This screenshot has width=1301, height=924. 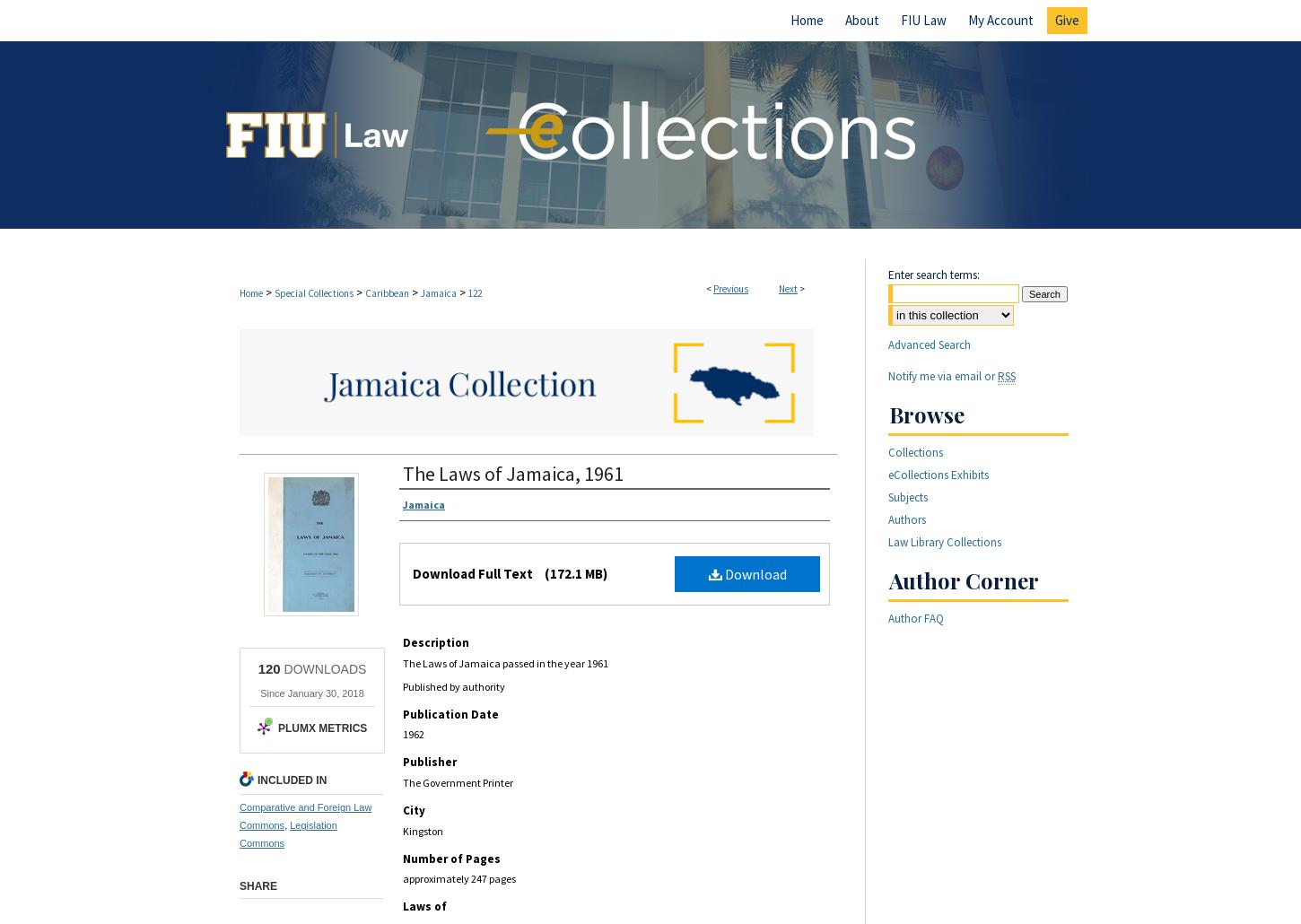 What do you see at coordinates (438, 292) in the screenshot?
I see `'Jamaica'` at bounding box center [438, 292].